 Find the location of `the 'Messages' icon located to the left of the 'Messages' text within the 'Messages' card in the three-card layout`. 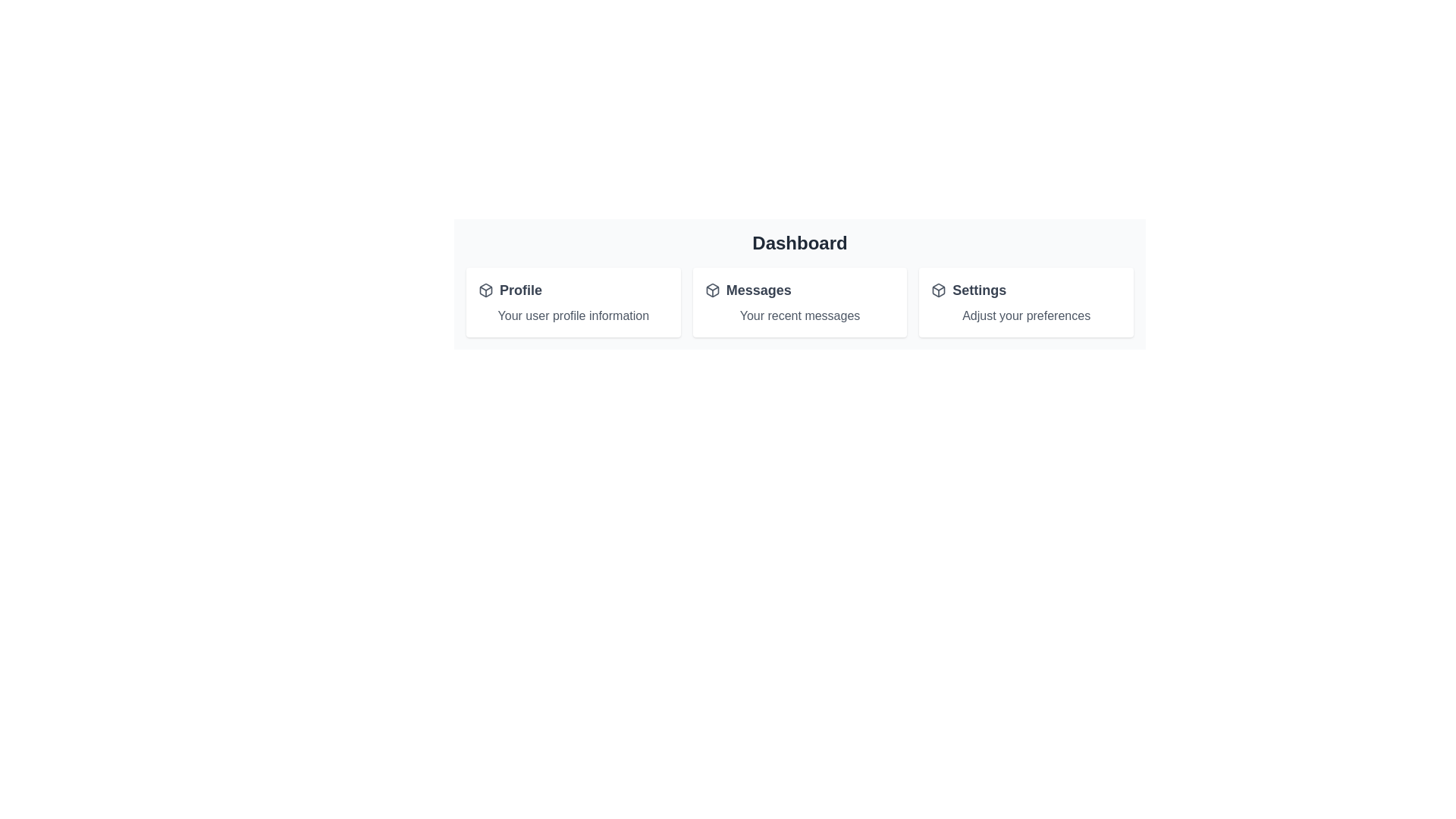

the 'Messages' icon located to the left of the 'Messages' text within the 'Messages' card in the three-card layout is located at coordinates (711, 290).